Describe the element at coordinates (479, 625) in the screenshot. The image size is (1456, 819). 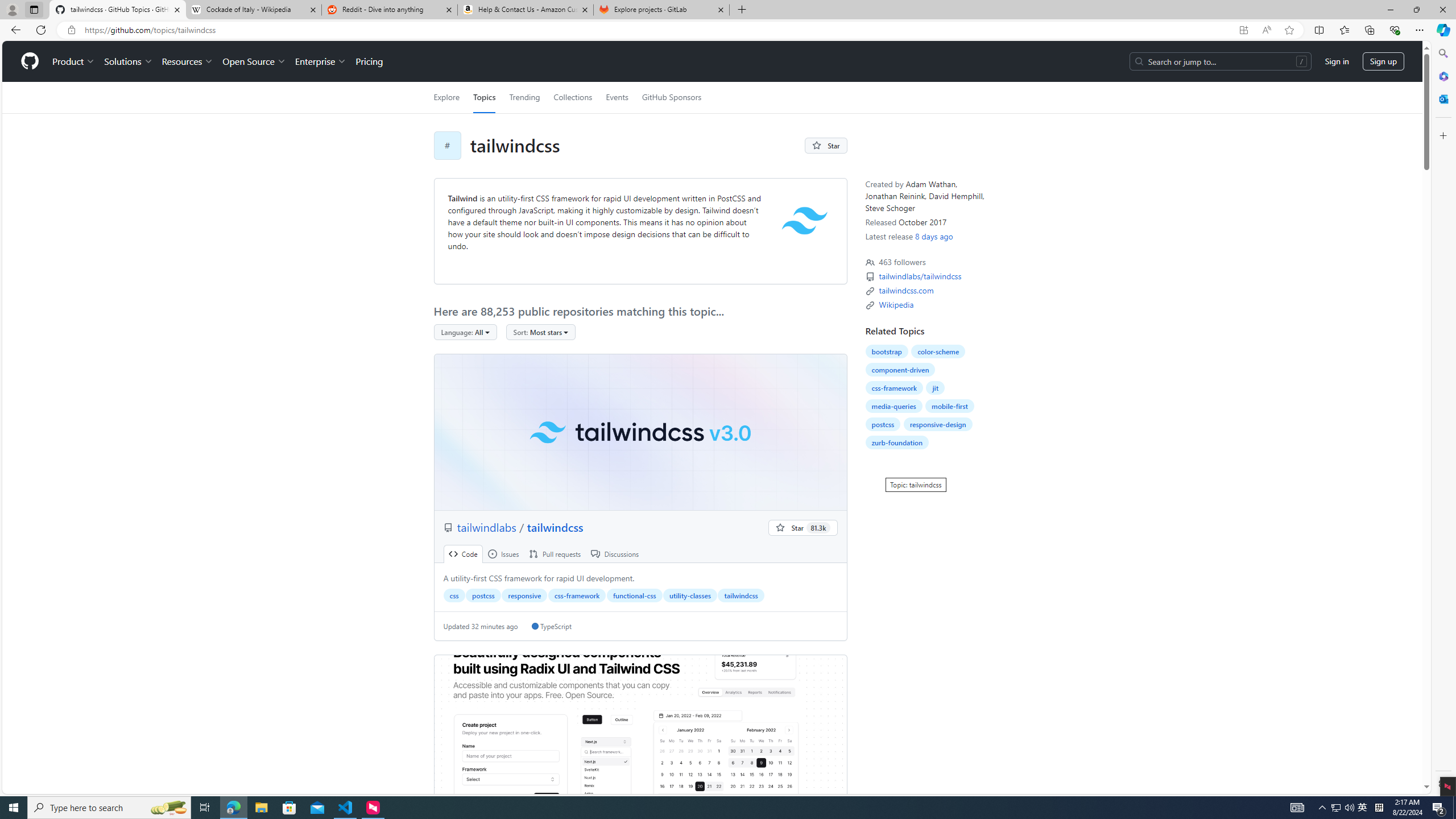
I see `'Updated 32 minutes ago'` at that location.